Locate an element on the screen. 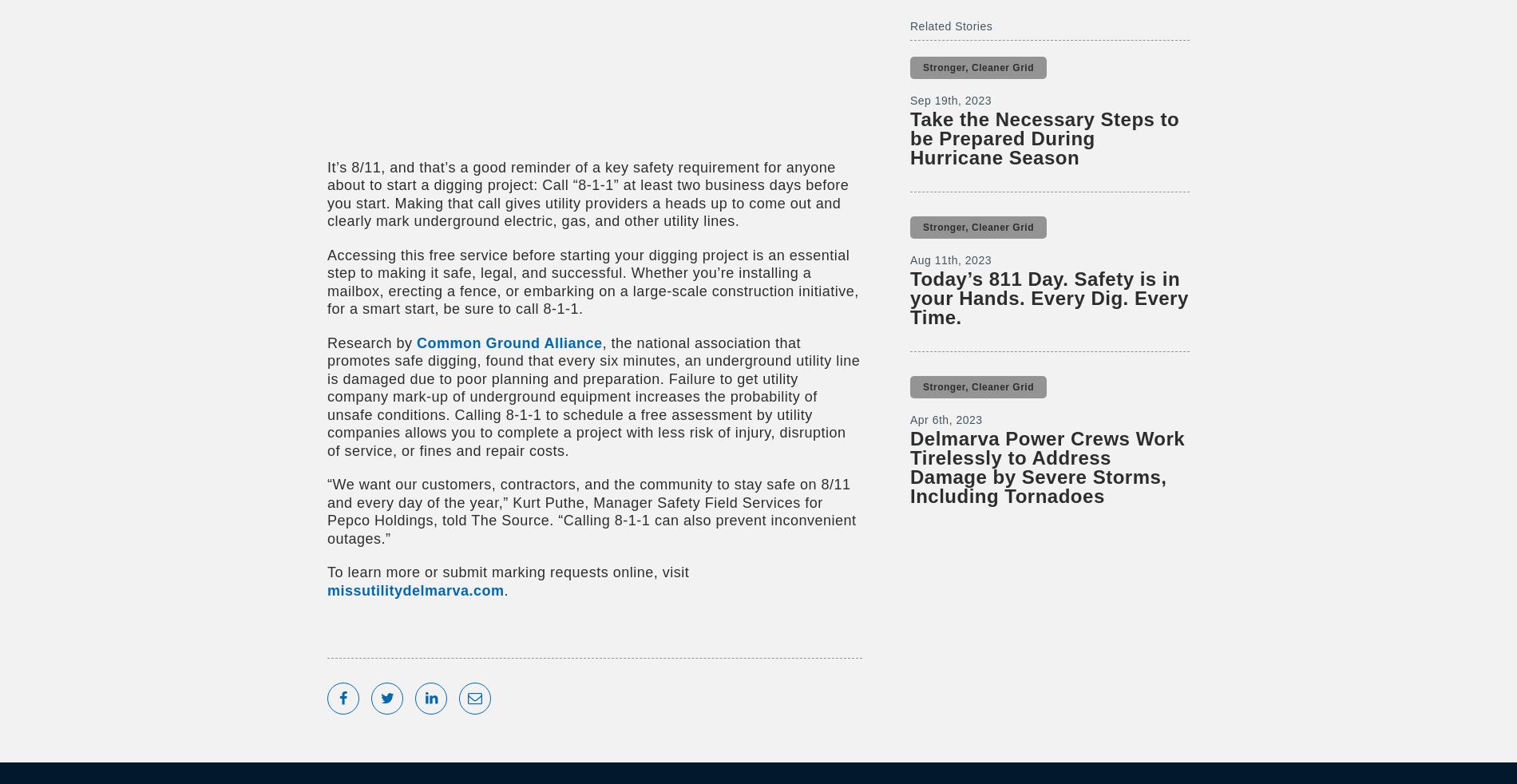 This screenshot has width=1517, height=784. 'Delmarva Power Crews Work Tirelessly to Address Damage by Severe Storms, Including Tornadoes' is located at coordinates (910, 465).